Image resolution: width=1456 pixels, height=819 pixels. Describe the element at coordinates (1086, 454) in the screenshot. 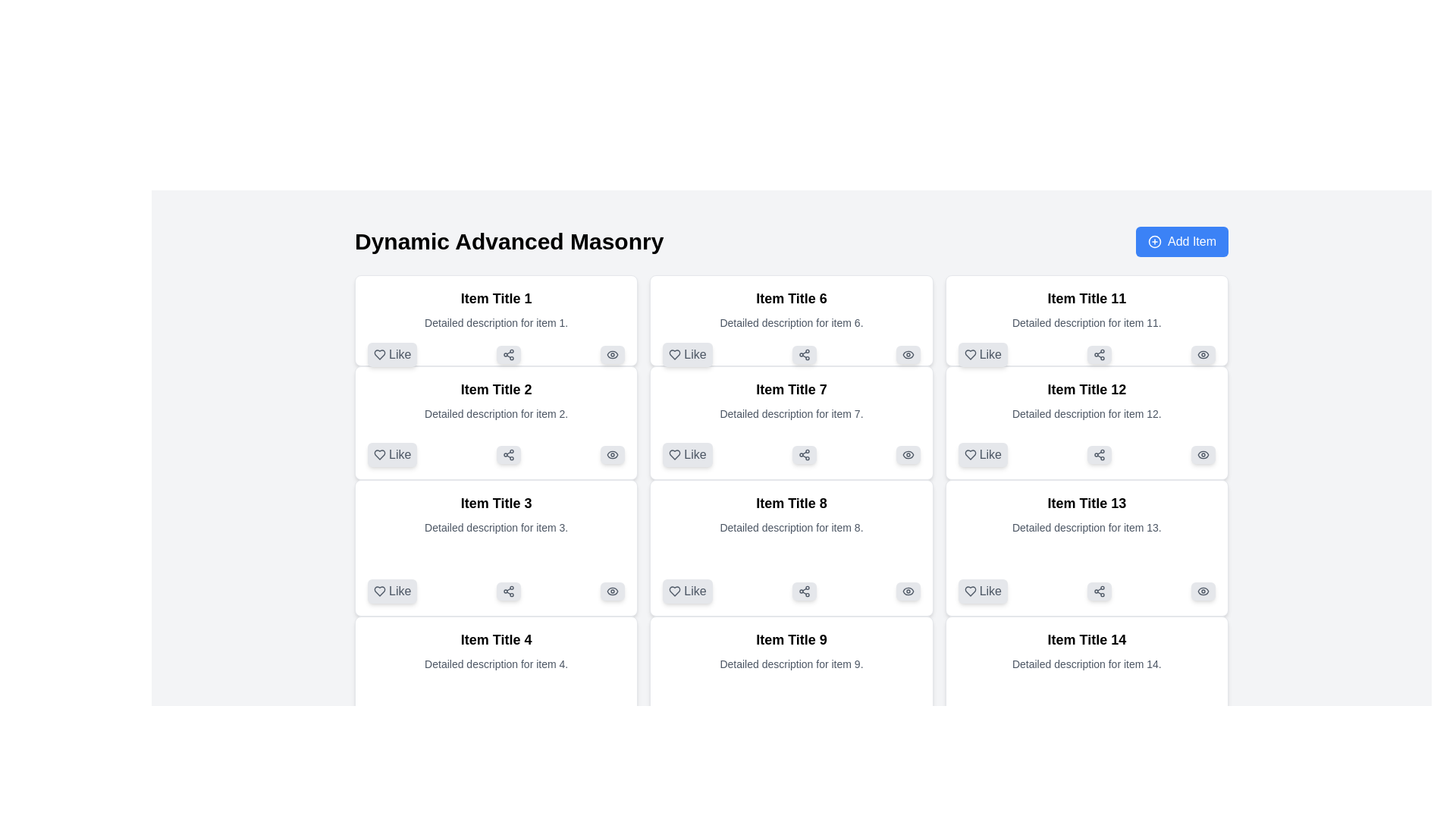

I see `the share button with a network-like share symbol located within the card titled 'Item Title 12', positioned between the 'Like' button and the 'Eye' icon button` at that location.